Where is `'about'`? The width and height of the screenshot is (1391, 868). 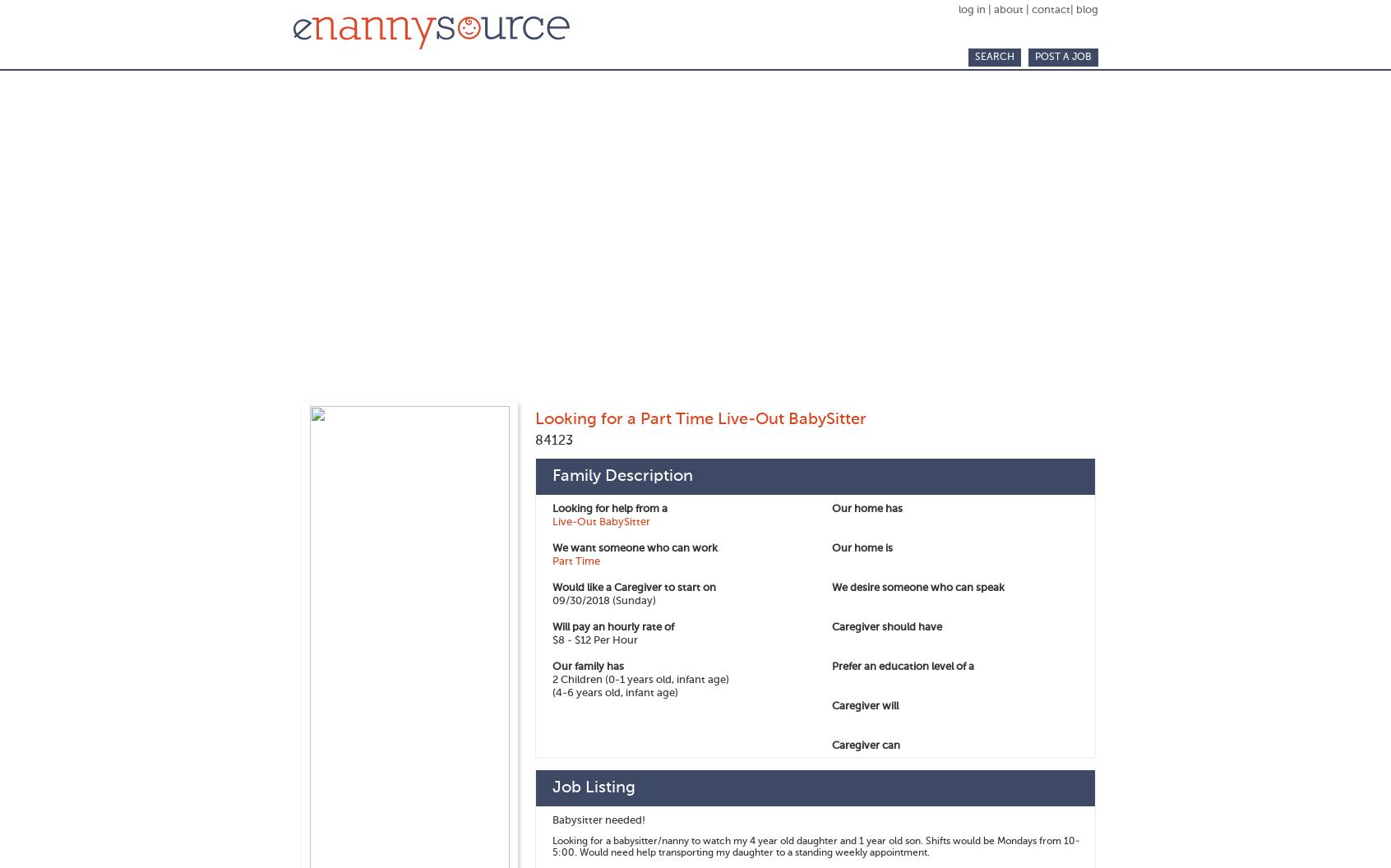 'about' is located at coordinates (993, 10).